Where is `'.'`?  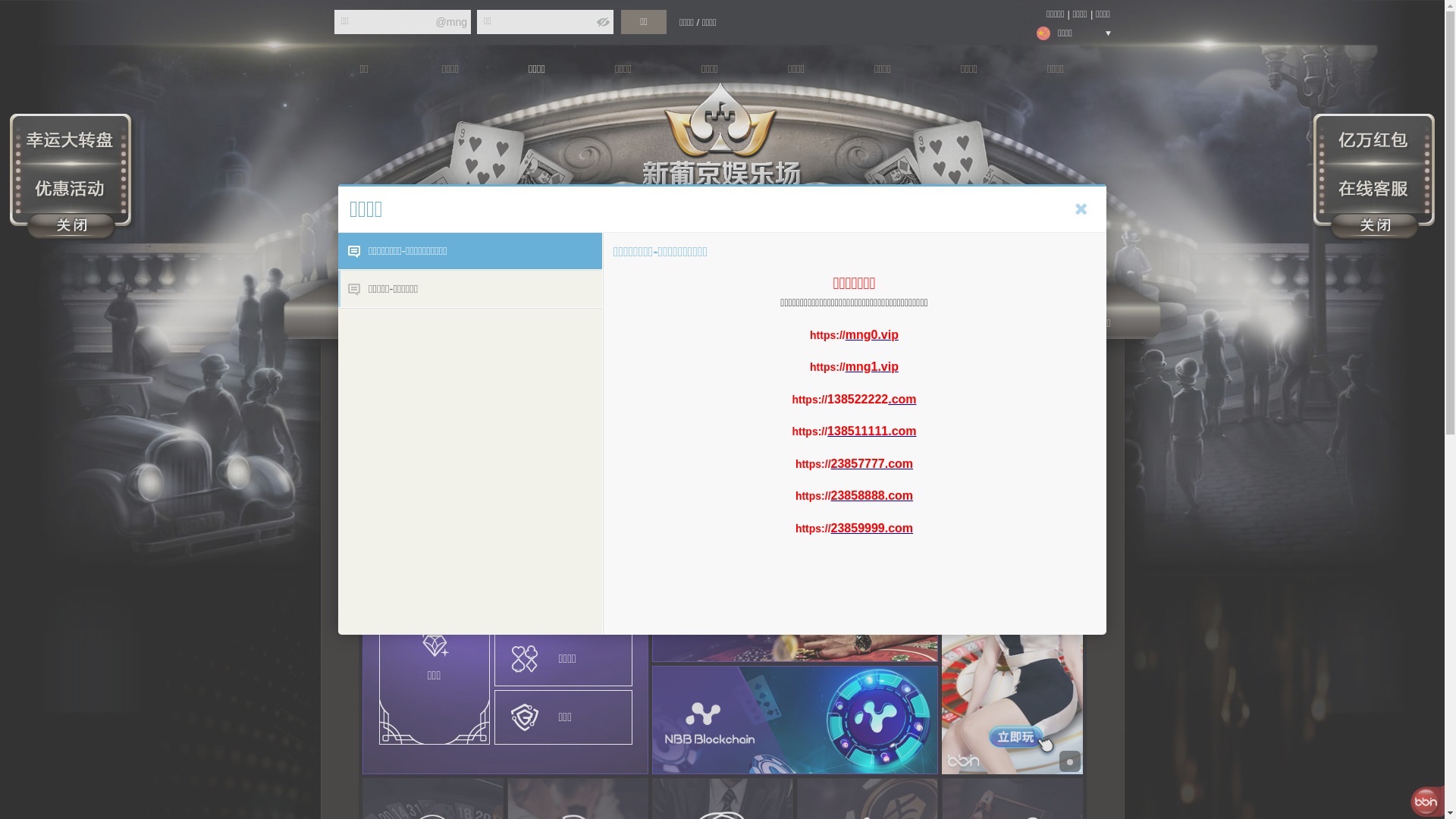
'.' is located at coordinates (878, 366).